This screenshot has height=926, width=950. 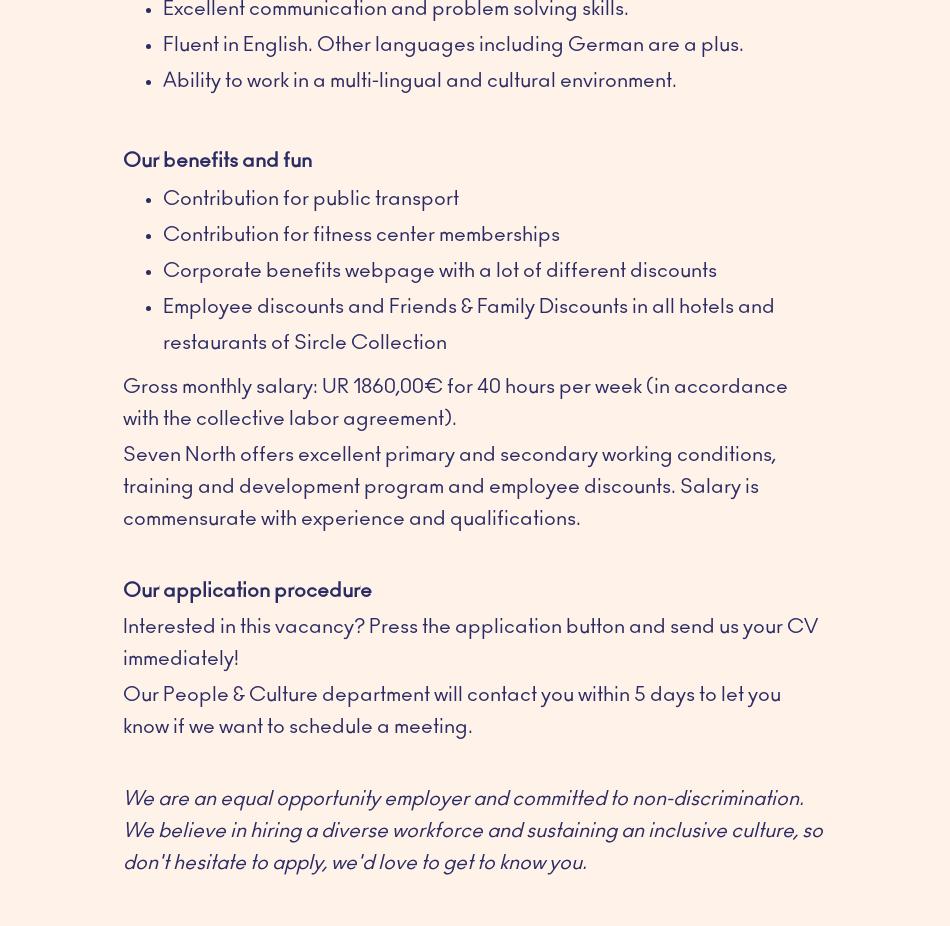 What do you see at coordinates (451, 709) in the screenshot?
I see `'Our People & Culture department will contact you within 5 days to let you know if we want to schedule a meeting.'` at bounding box center [451, 709].